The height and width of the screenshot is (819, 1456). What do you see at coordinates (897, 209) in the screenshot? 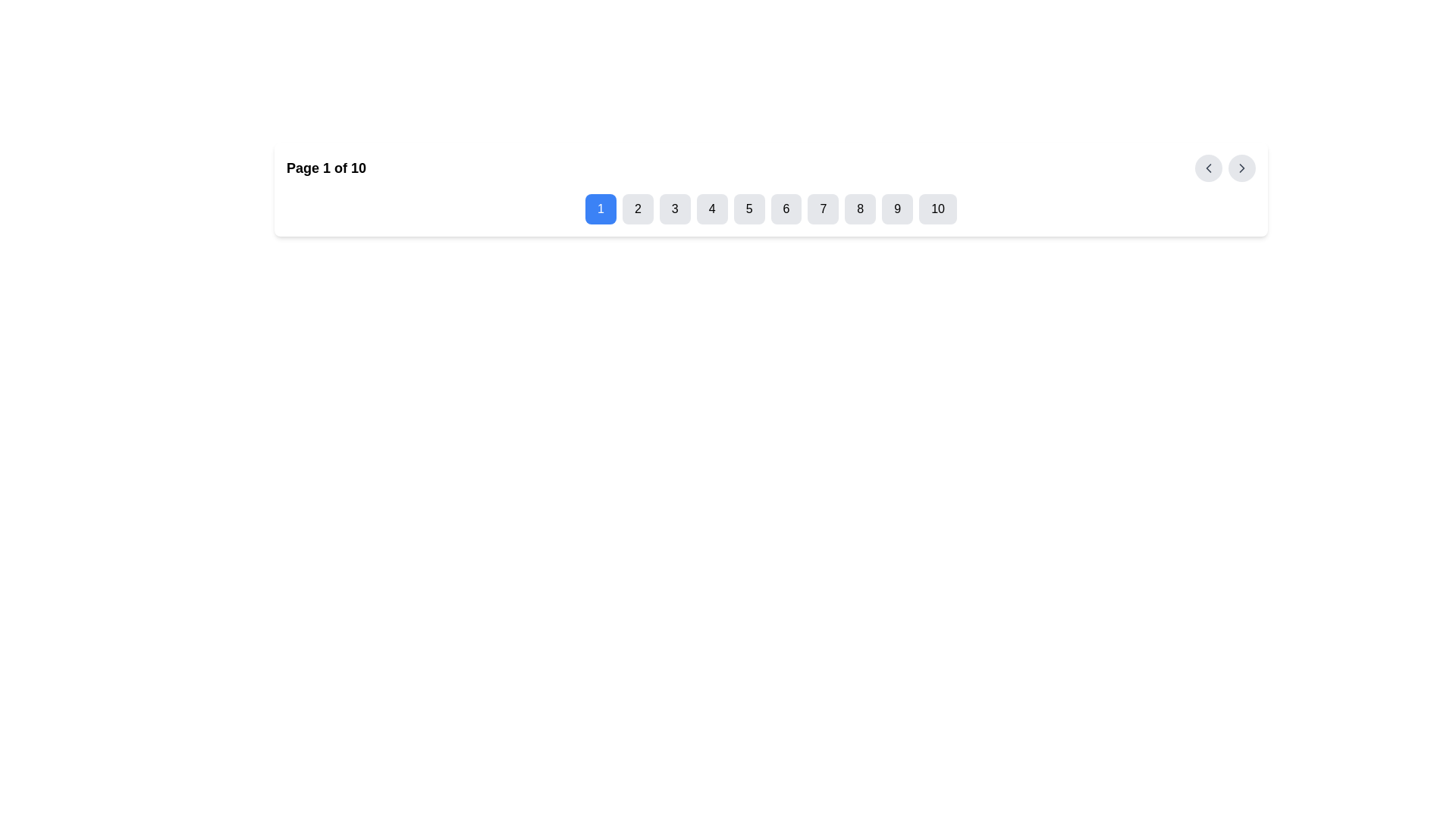
I see `the button labeled '9' in the pagination controls` at bounding box center [897, 209].